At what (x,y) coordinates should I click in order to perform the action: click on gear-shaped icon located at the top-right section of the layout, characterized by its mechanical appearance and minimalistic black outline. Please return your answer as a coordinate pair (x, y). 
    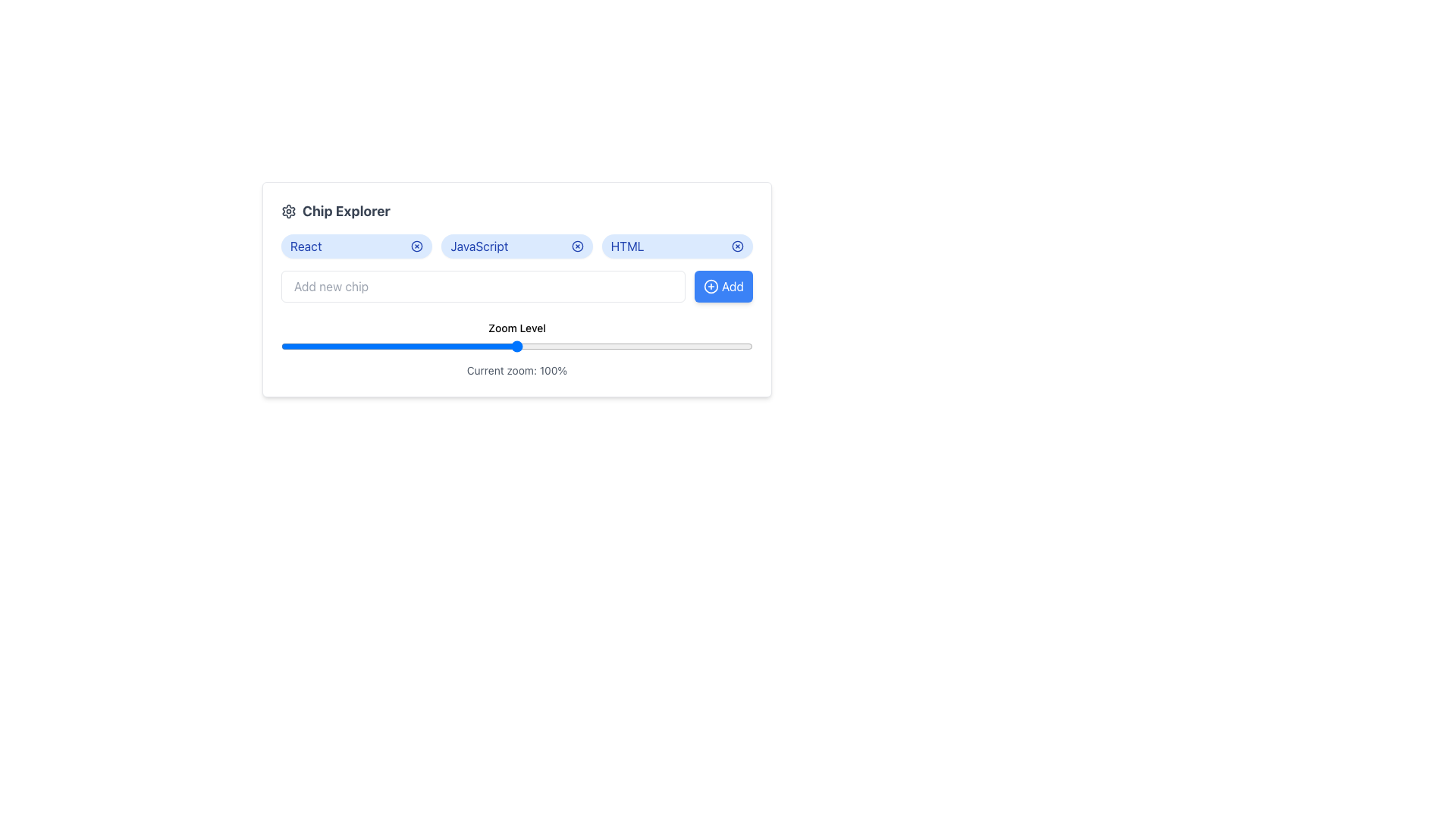
    Looking at the image, I should click on (288, 211).